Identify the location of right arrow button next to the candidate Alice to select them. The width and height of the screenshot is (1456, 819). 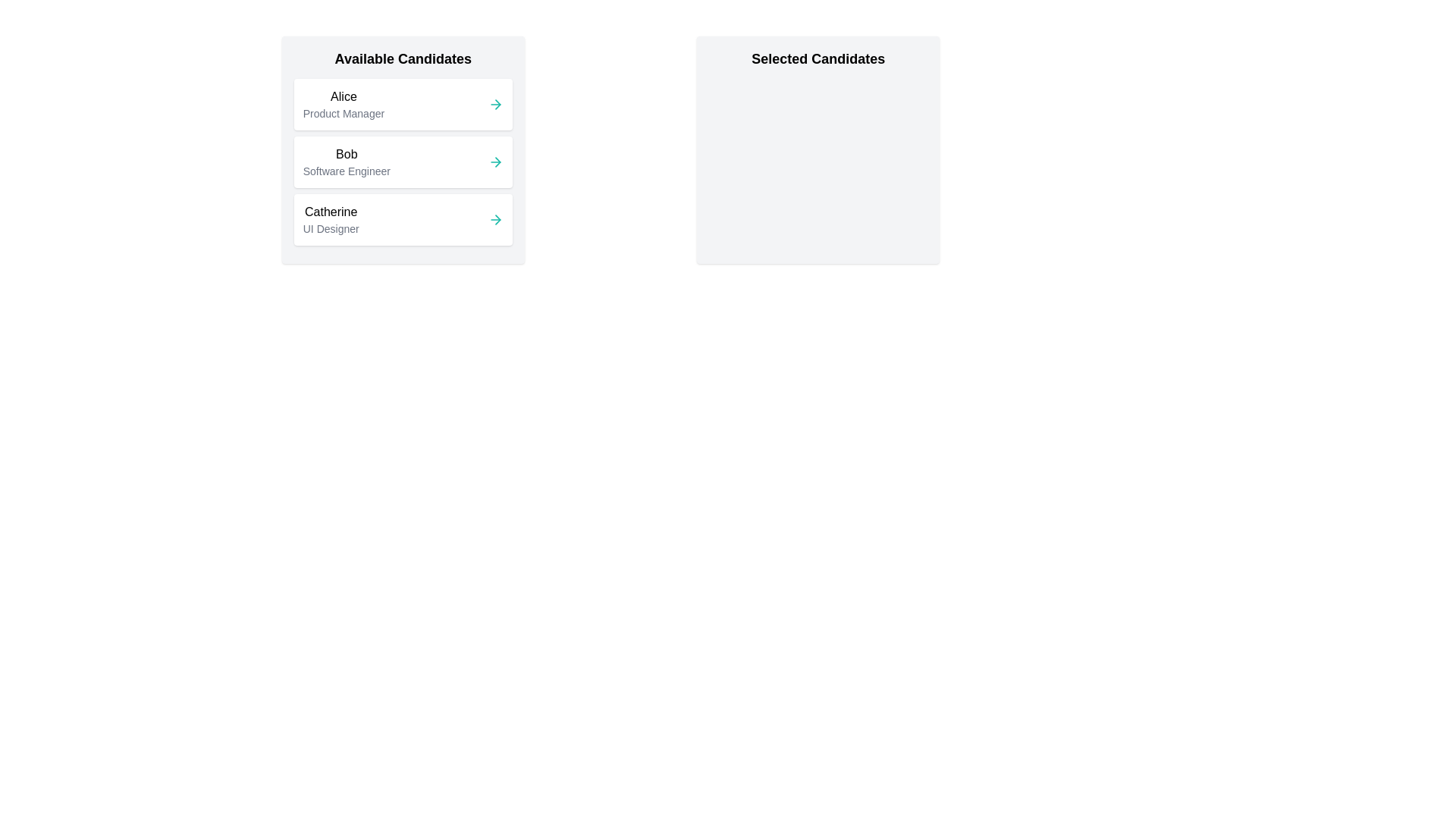
(495, 104).